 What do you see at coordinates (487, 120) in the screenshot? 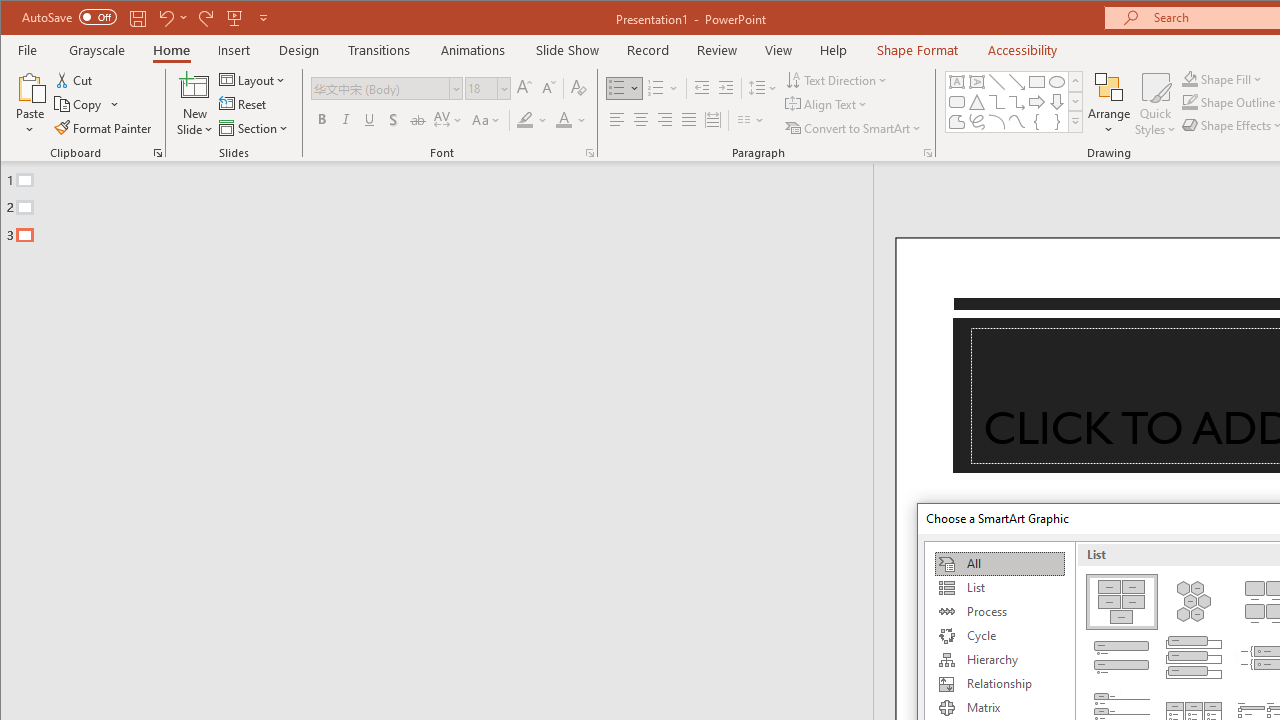
I see `'Change Case'` at bounding box center [487, 120].